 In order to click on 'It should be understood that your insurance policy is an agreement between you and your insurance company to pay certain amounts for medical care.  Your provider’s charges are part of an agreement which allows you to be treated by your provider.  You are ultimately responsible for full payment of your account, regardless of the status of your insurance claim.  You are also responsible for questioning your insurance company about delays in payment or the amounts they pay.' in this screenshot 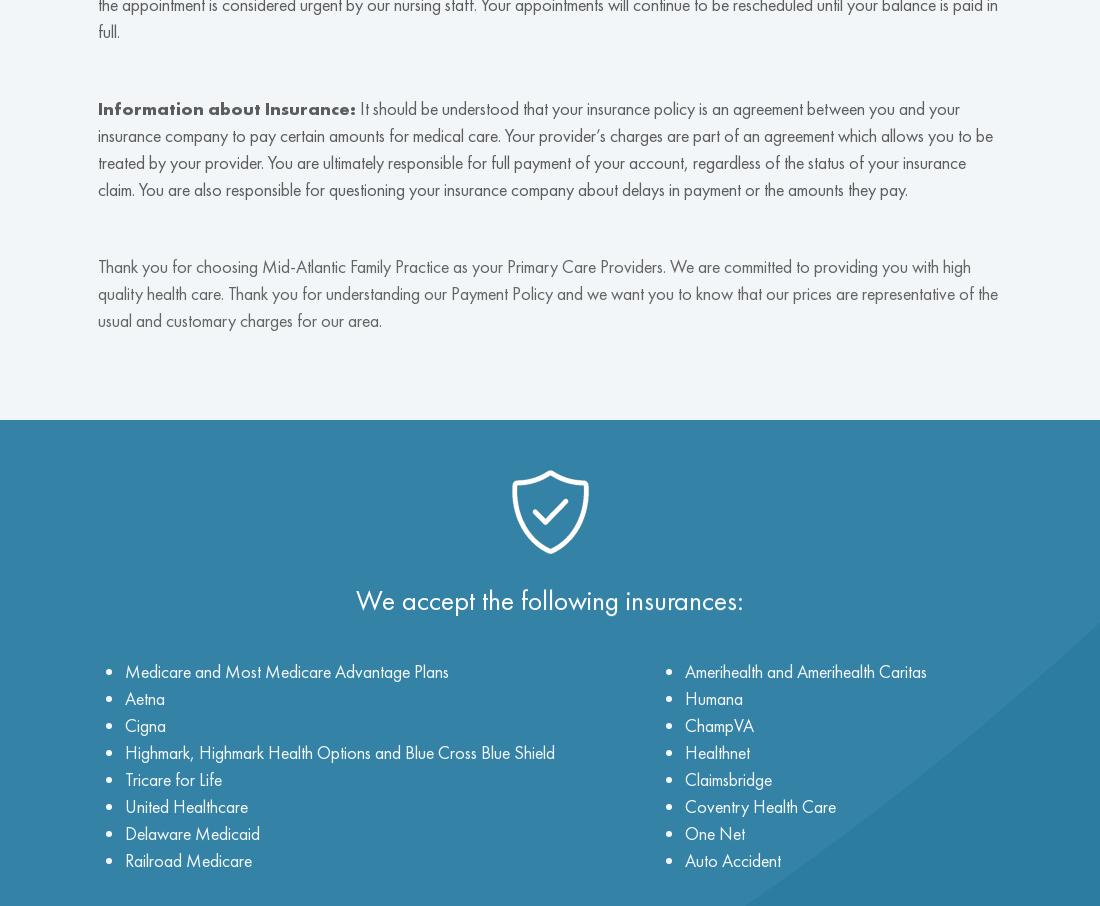, I will do `click(544, 149)`.